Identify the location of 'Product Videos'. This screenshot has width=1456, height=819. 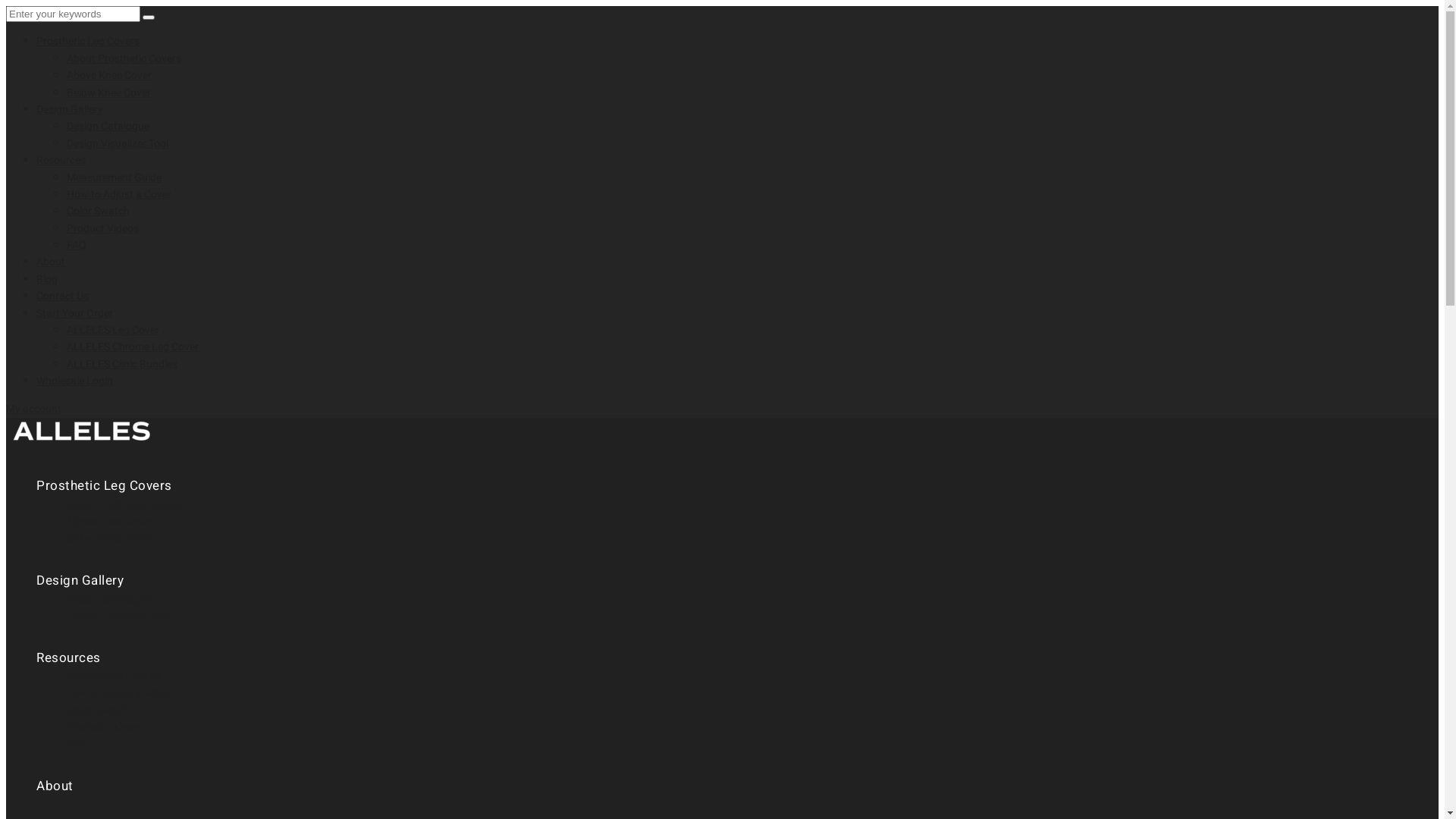
(65, 228).